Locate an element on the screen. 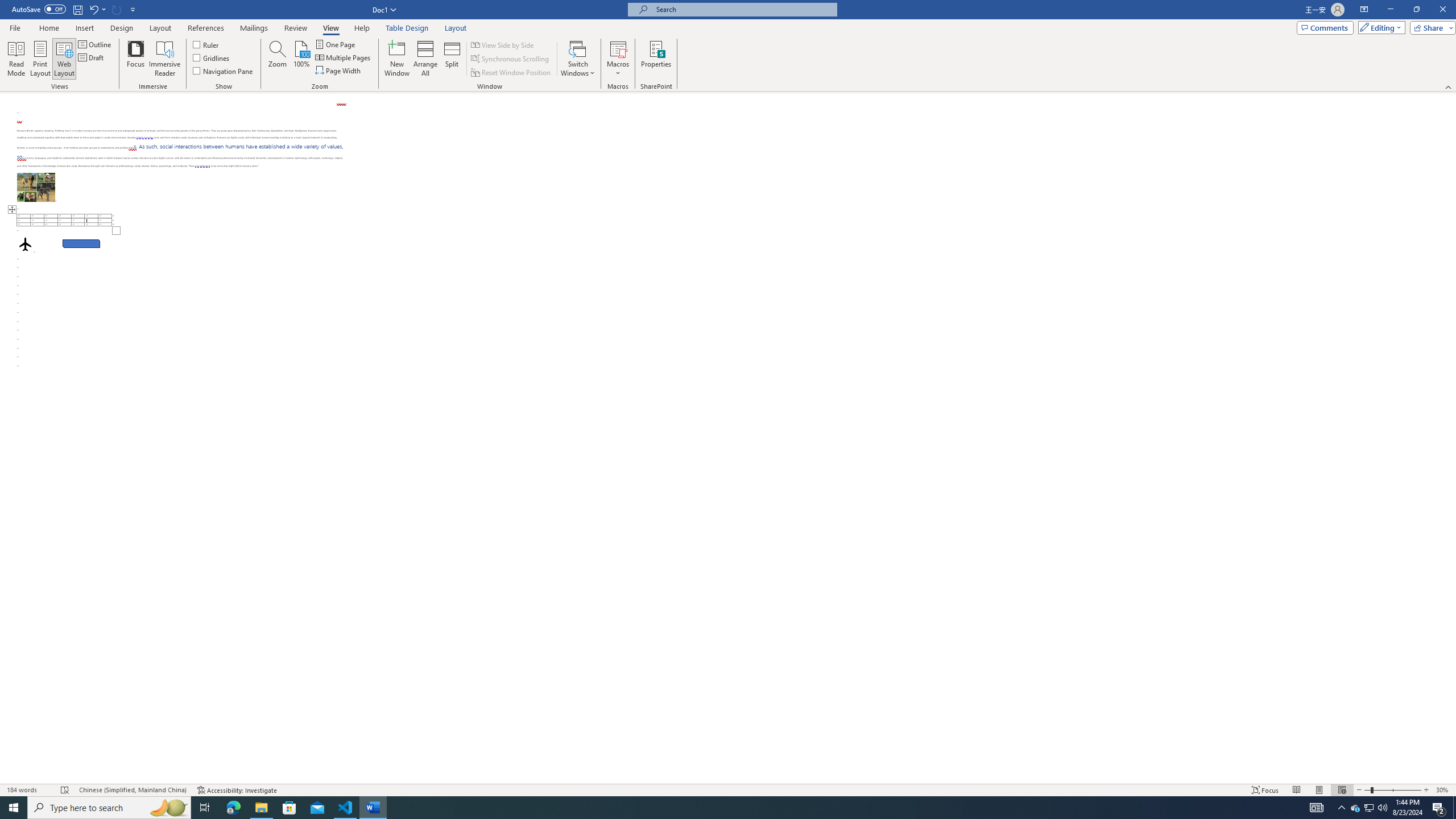  'Restore Down' is located at coordinates (1416, 9).